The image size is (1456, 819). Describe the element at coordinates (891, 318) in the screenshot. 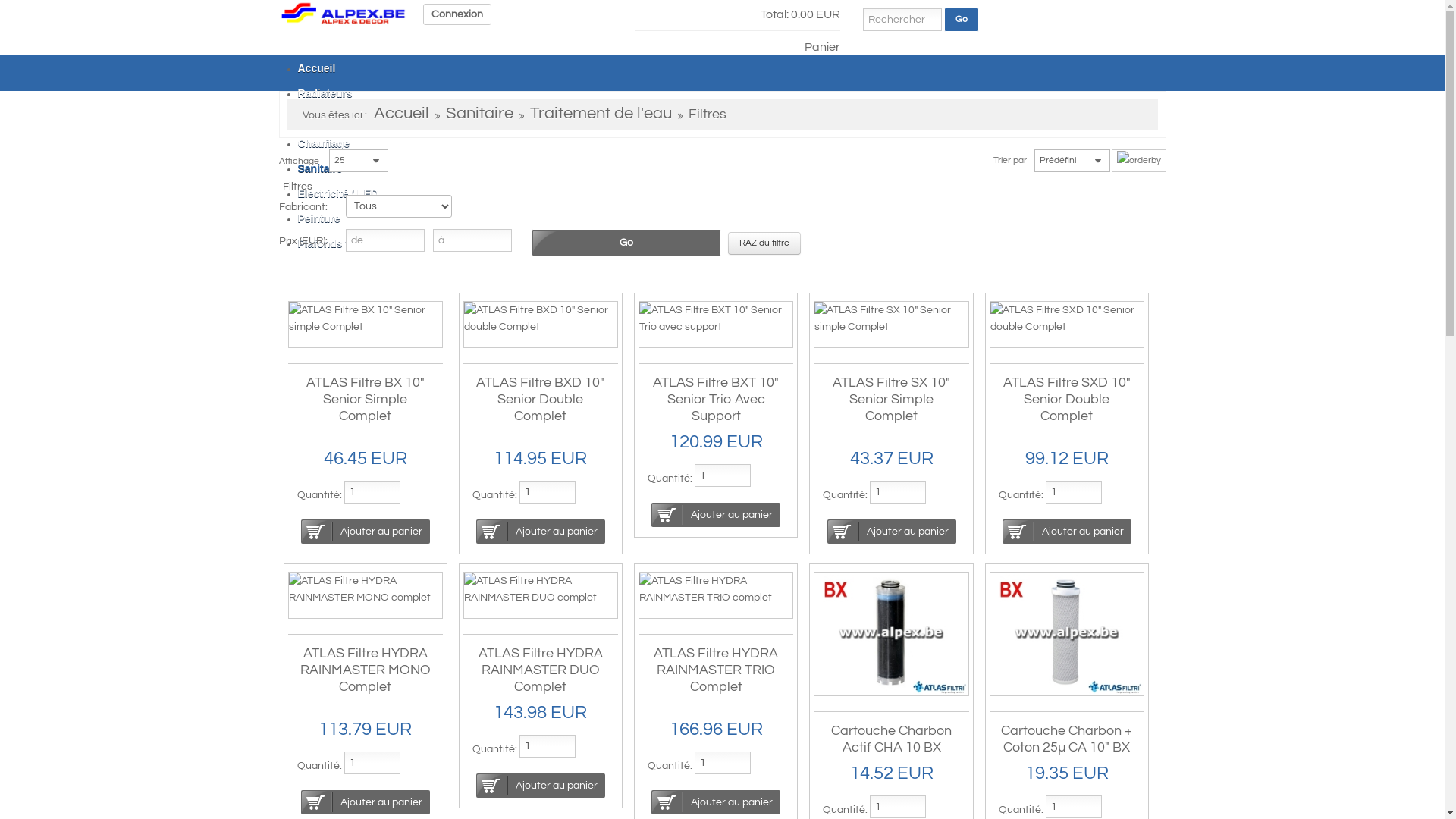

I see `'ATLAS Filtre SX 10" Senior simple Complet'` at that location.